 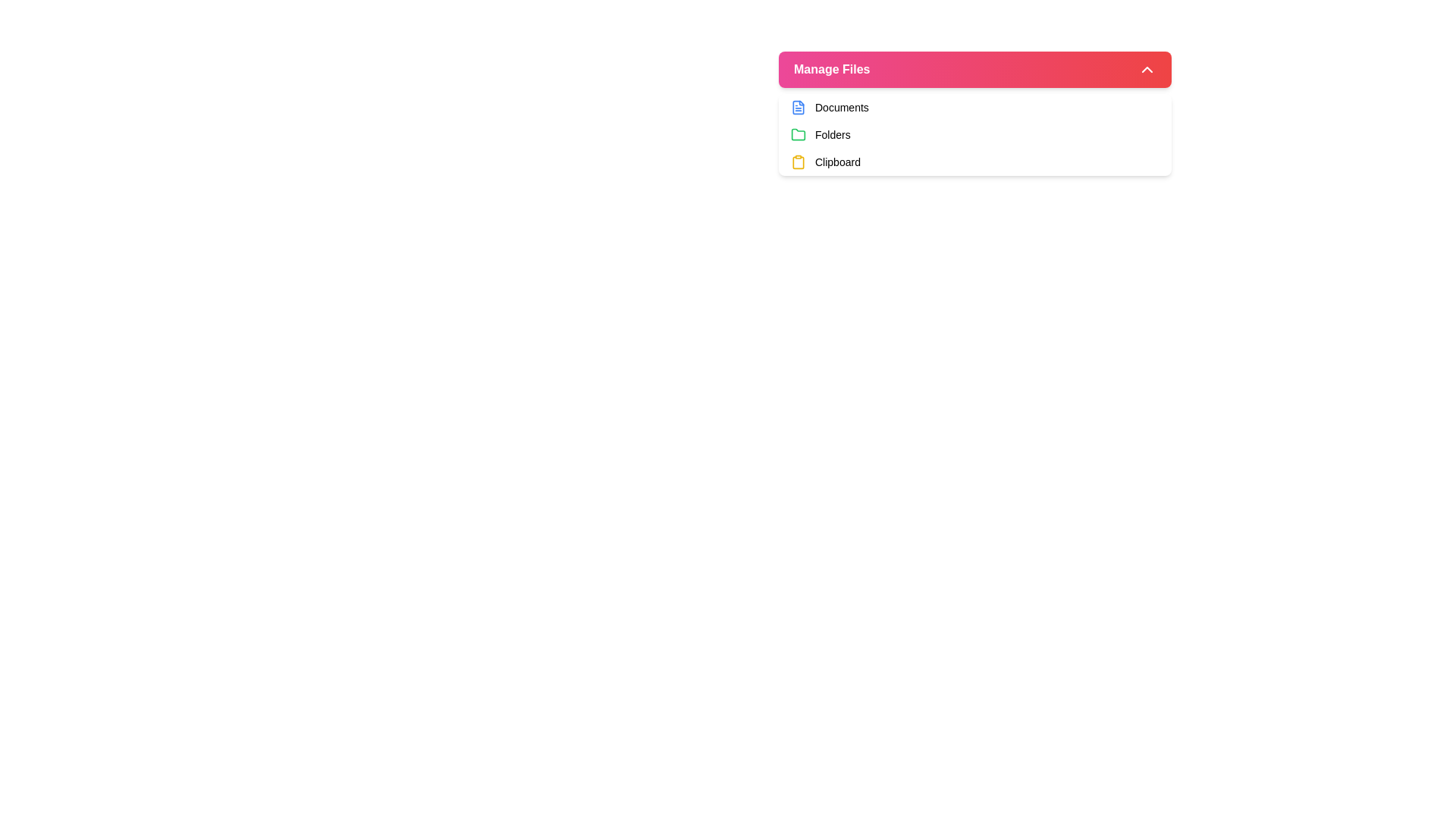 I want to click on the 'Folders' label element, which is a text label styled in a small-sized font and medium weight, positioned to the right of a green folder icon in the second row of the menu, so click(x=832, y=133).